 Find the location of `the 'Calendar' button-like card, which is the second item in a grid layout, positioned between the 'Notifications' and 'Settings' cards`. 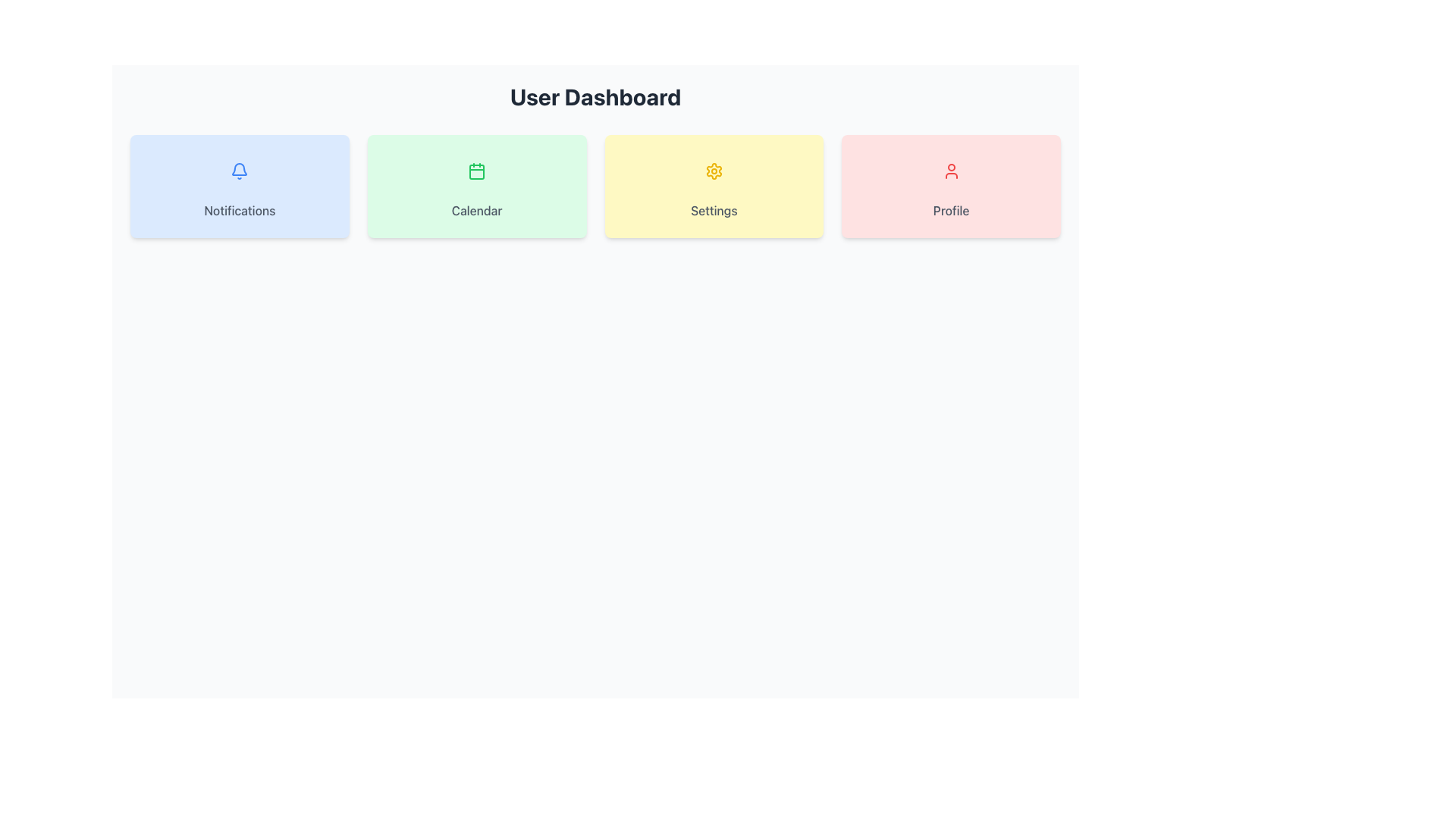

the 'Calendar' button-like card, which is the second item in a grid layout, positioned between the 'Notifications' and 'Settings' cards is located at coordinates (475, 186).